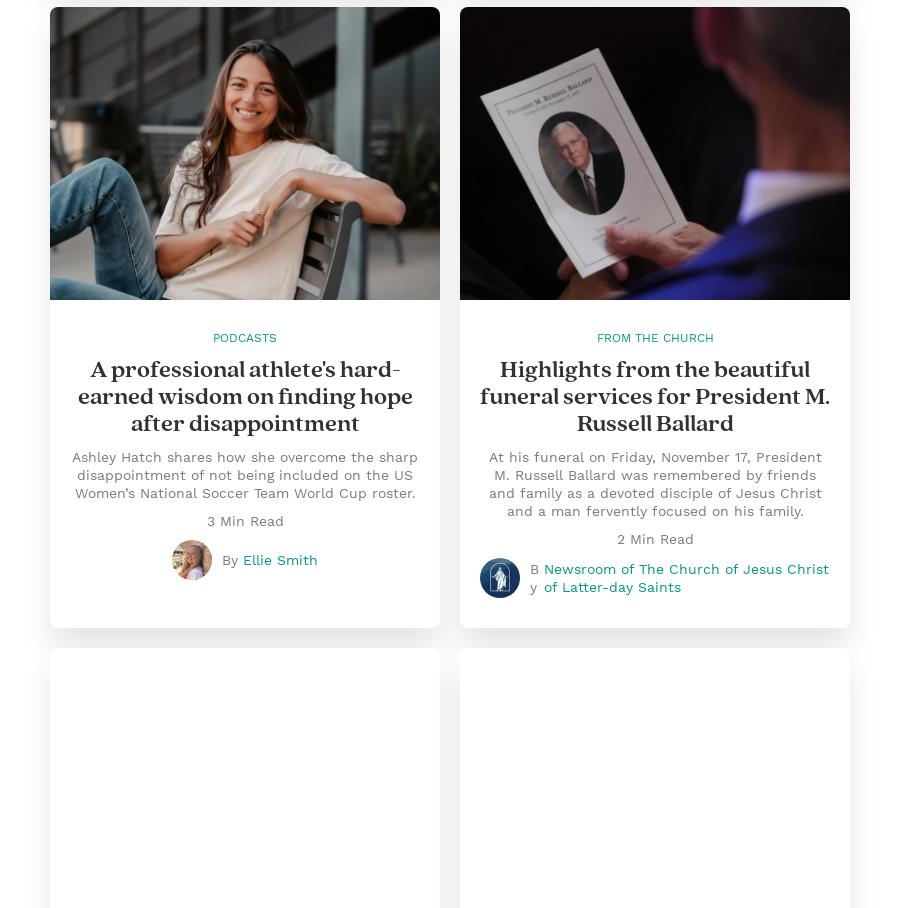  Describe the element at coordinates (243, 473) in the screenshot. I see `'Ashley Hatch shares how she overcome the sharp disappointment of not being included on the US Women’s National Soccer Team World Cup roster.'` at that location.